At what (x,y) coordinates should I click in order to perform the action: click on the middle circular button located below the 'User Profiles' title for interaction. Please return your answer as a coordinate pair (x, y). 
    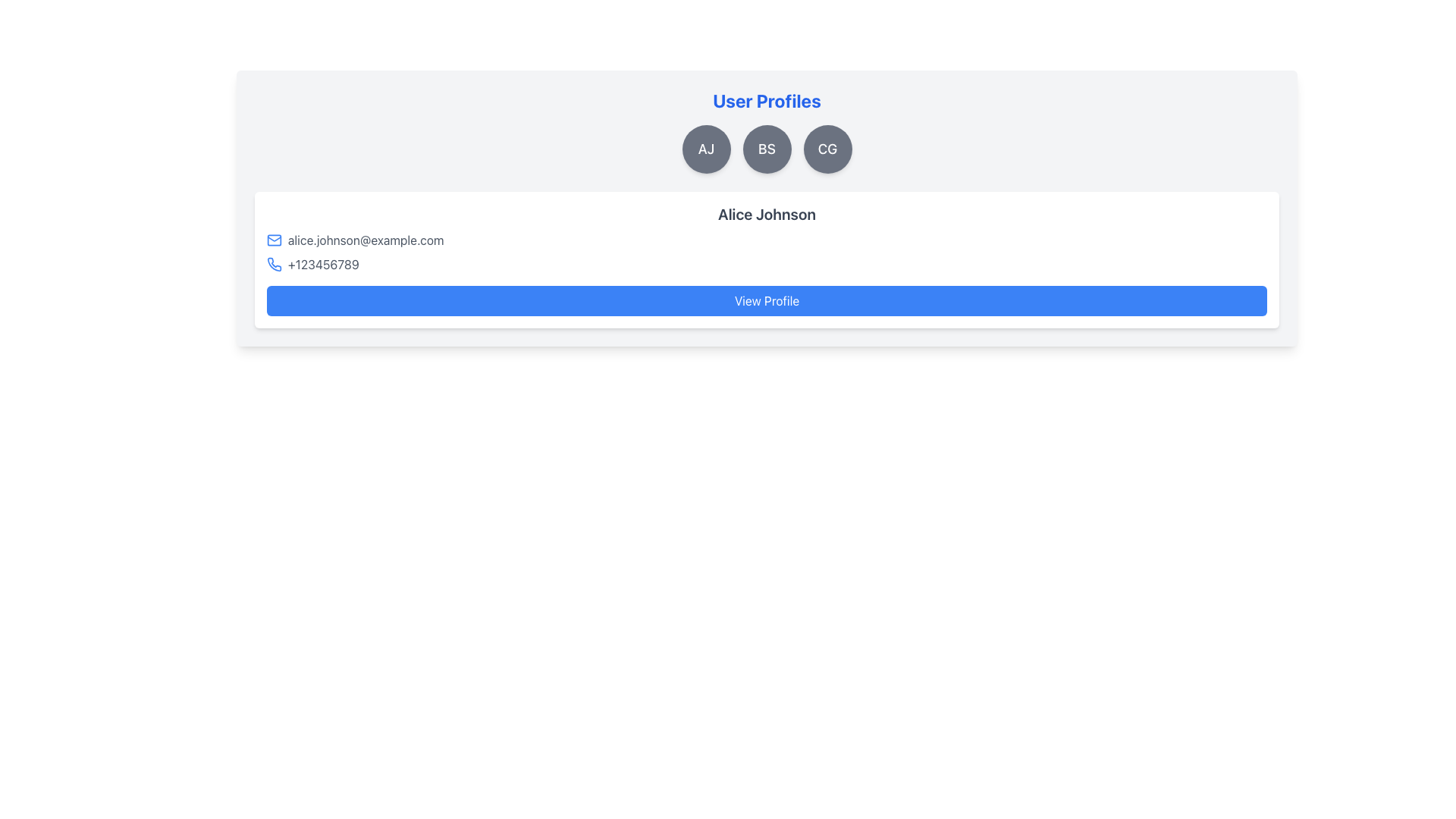
    Looking at the image, I should click on (767, 149).